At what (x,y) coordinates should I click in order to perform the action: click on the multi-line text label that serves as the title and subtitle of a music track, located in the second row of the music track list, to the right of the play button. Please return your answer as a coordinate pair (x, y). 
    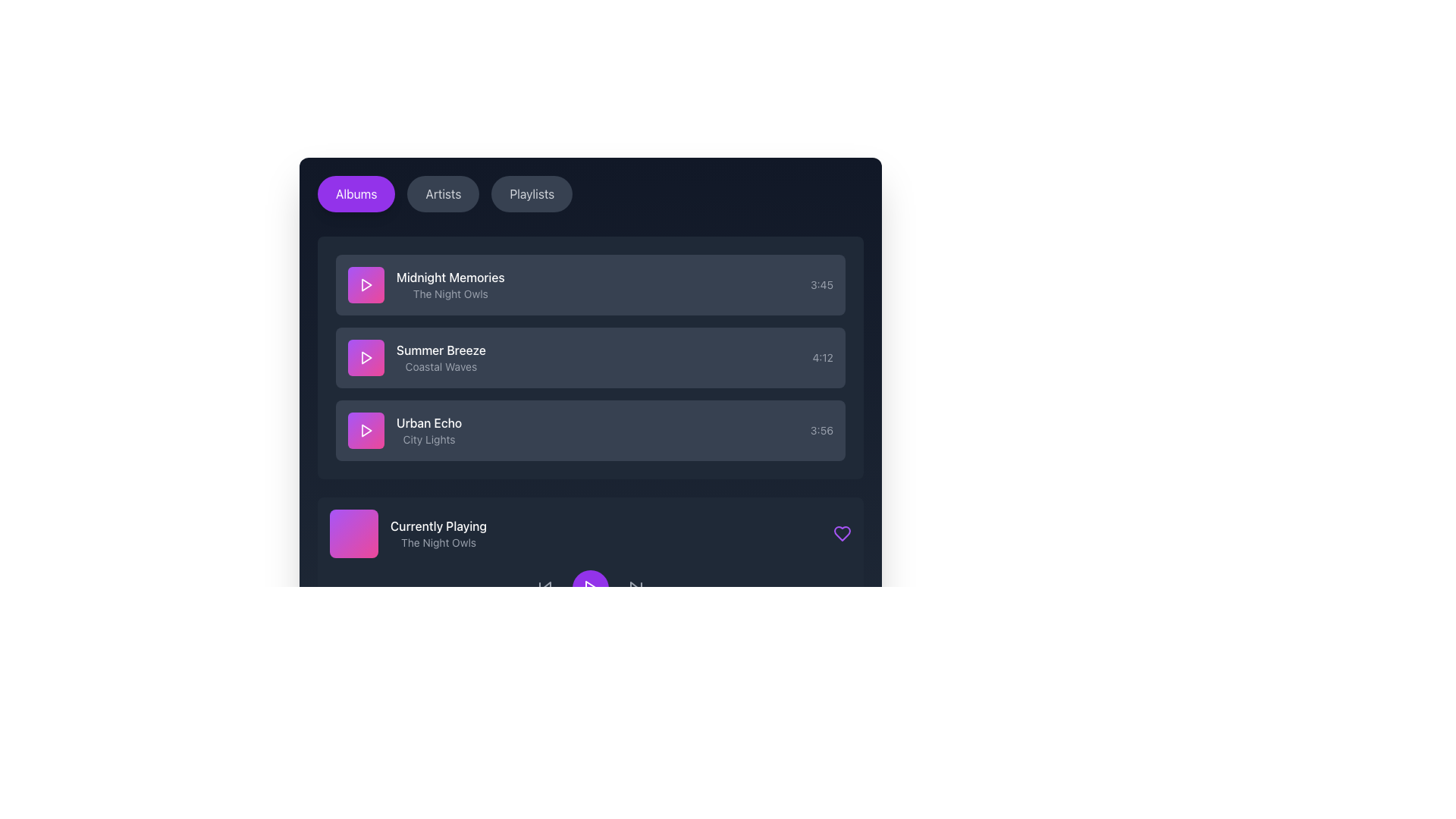
    Looking at the image, I should click on (440, 357).